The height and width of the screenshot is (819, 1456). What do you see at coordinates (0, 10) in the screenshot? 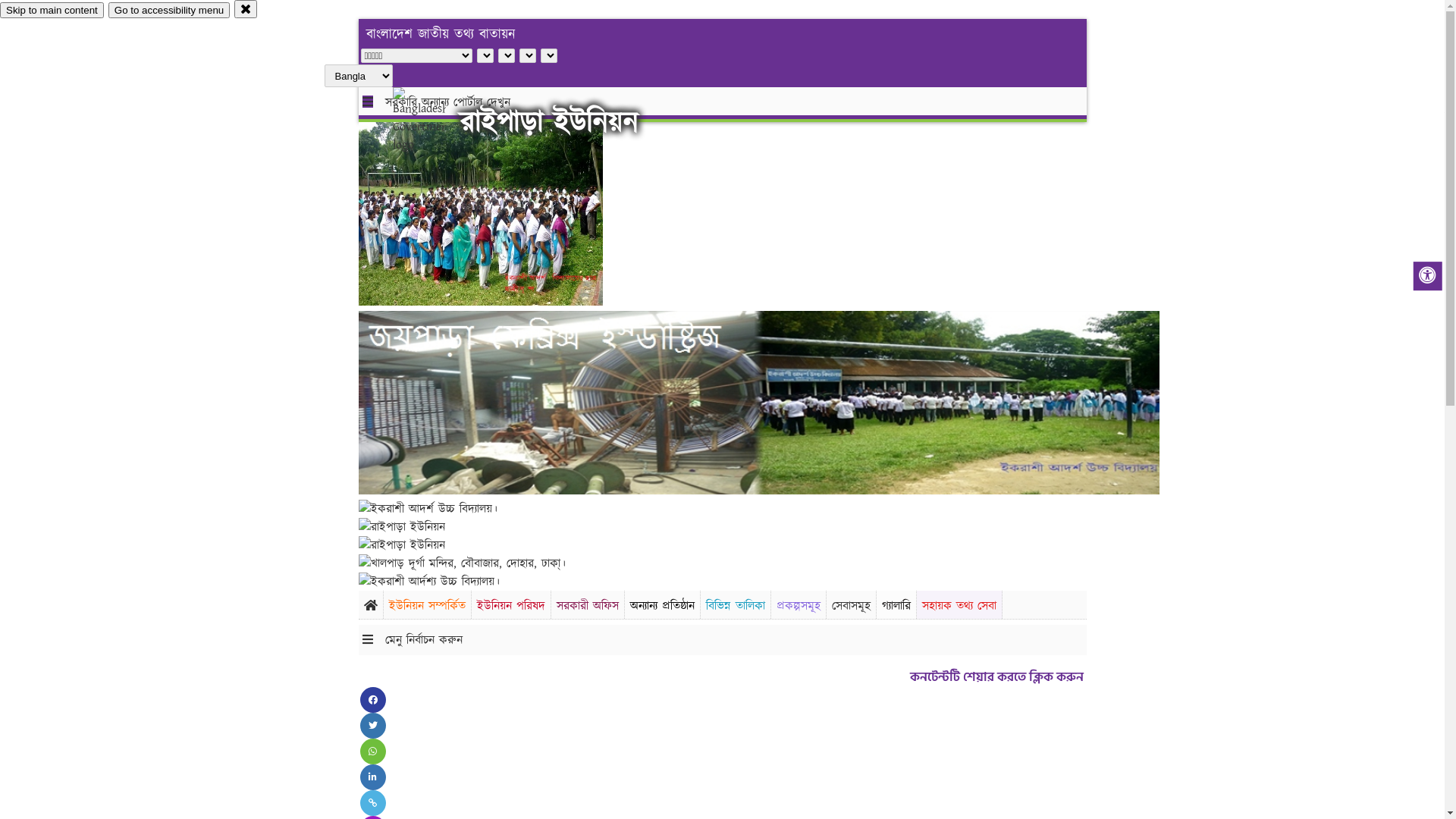
I see `'Skip to main content'` at bounding box center [0, 10].